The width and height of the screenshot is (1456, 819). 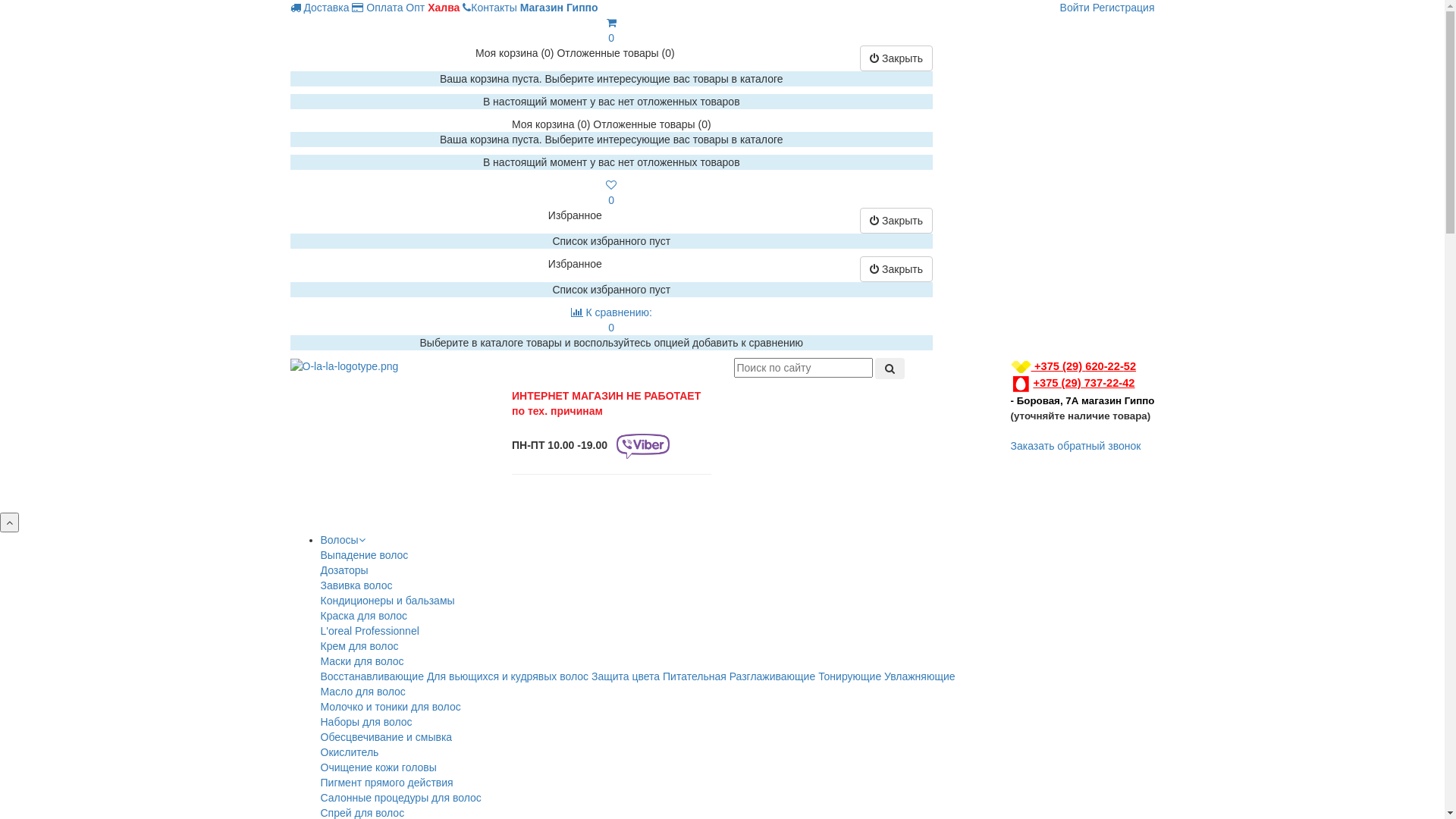 I want to click on 'O-la-la-logotype.png', so click(x=343, y=366).